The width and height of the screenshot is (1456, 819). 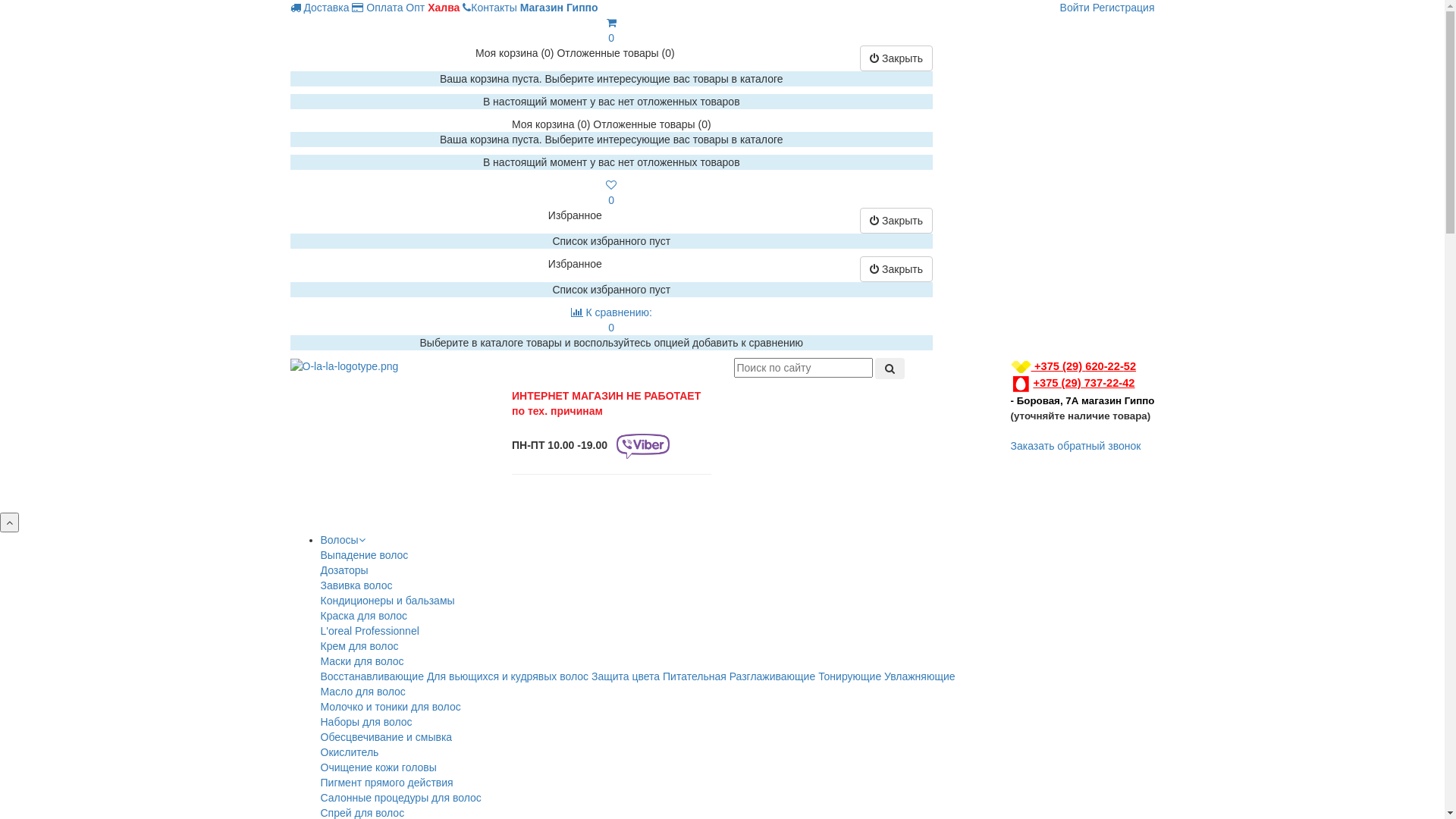 I want to click on 'O-la-la-logotype.png', so click(x=343, y=366).